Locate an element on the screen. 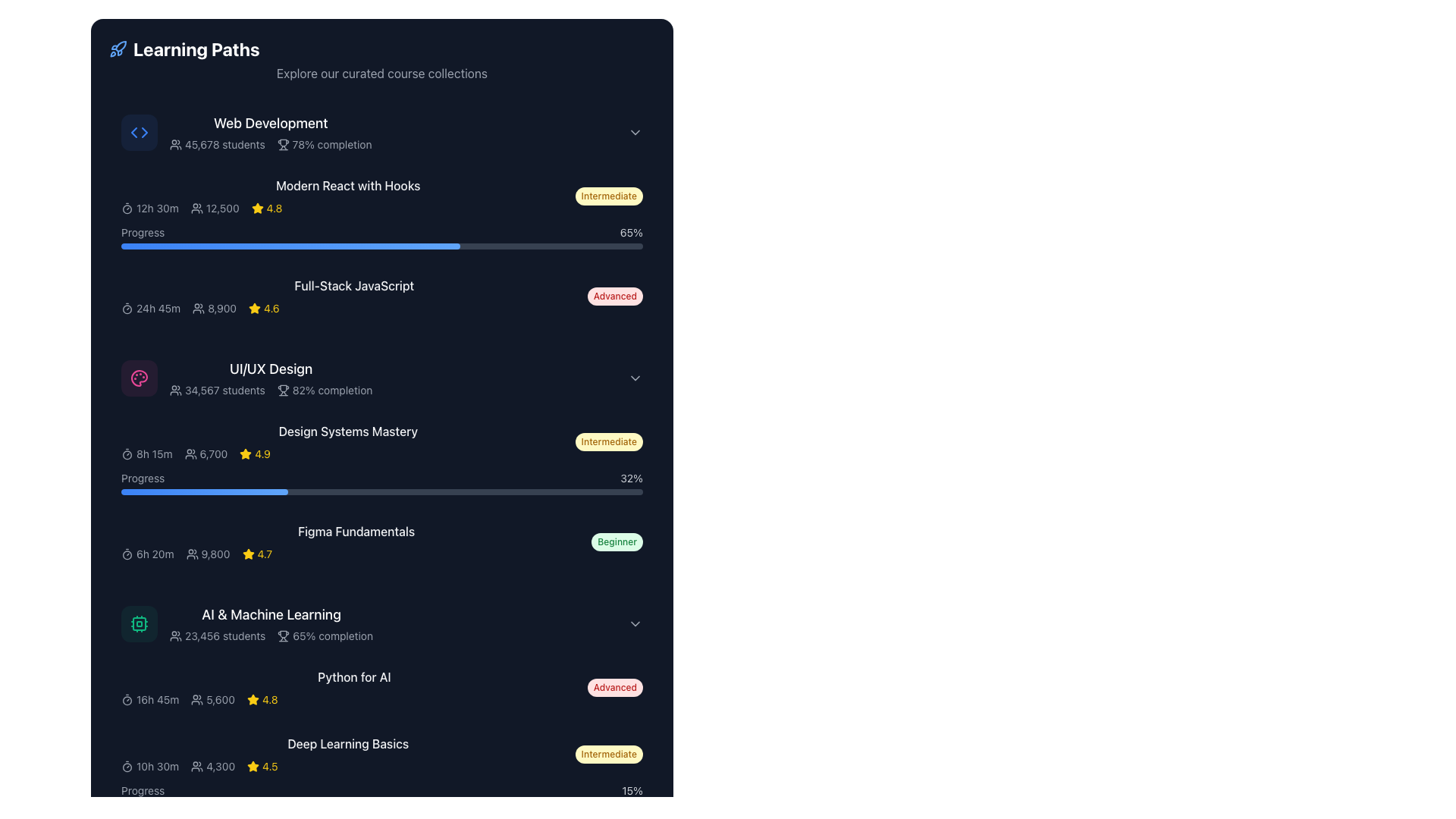 The width and height of the screenshot is (1456, 819). the user count icon located in the 'Python for AI' subsection under the AI & Machine Learning section, which visually represents the number of participants with the count '5,600' is located at coordinates (196, 699).